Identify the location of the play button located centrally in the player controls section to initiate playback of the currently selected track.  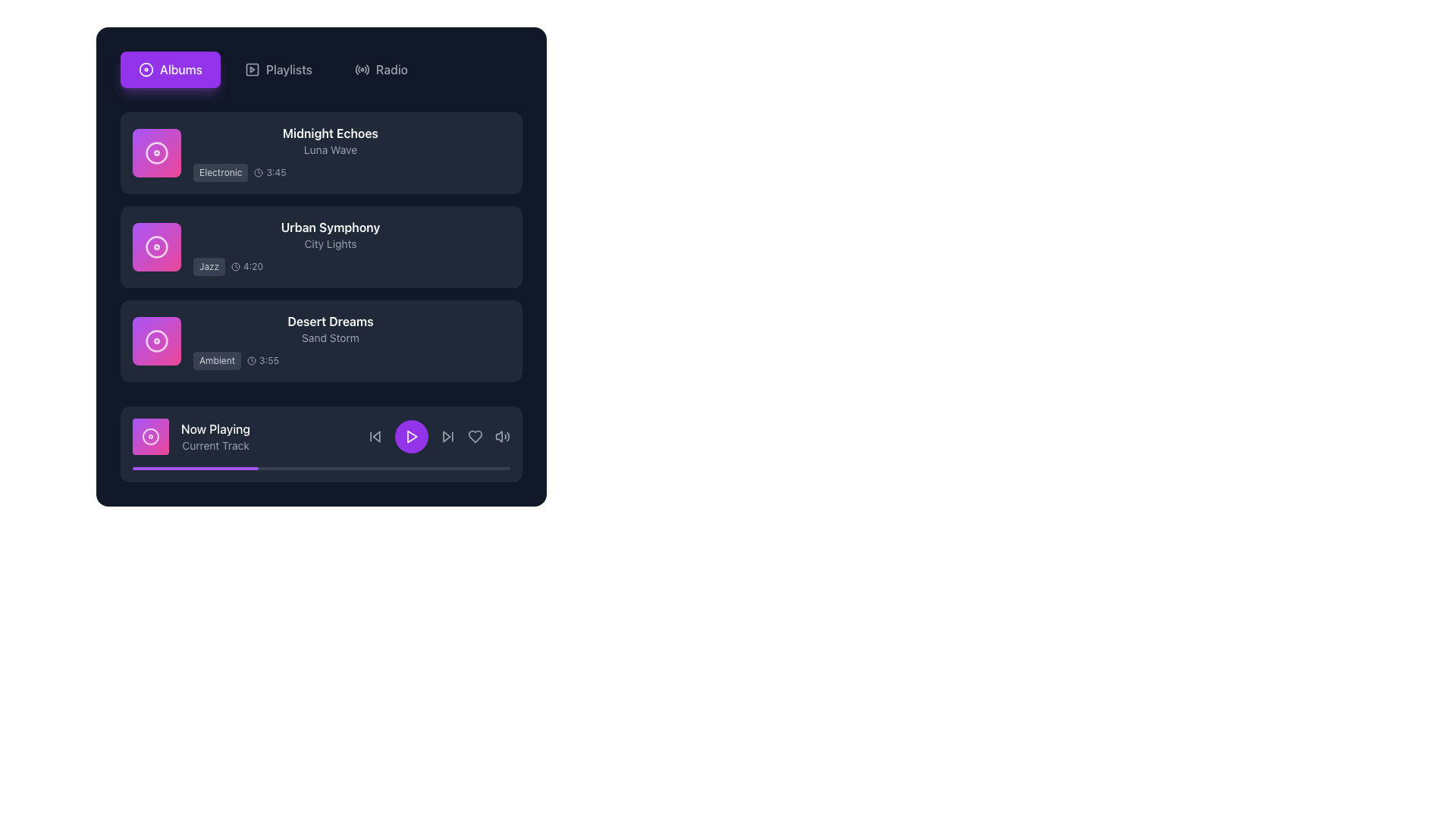
(411, 436).